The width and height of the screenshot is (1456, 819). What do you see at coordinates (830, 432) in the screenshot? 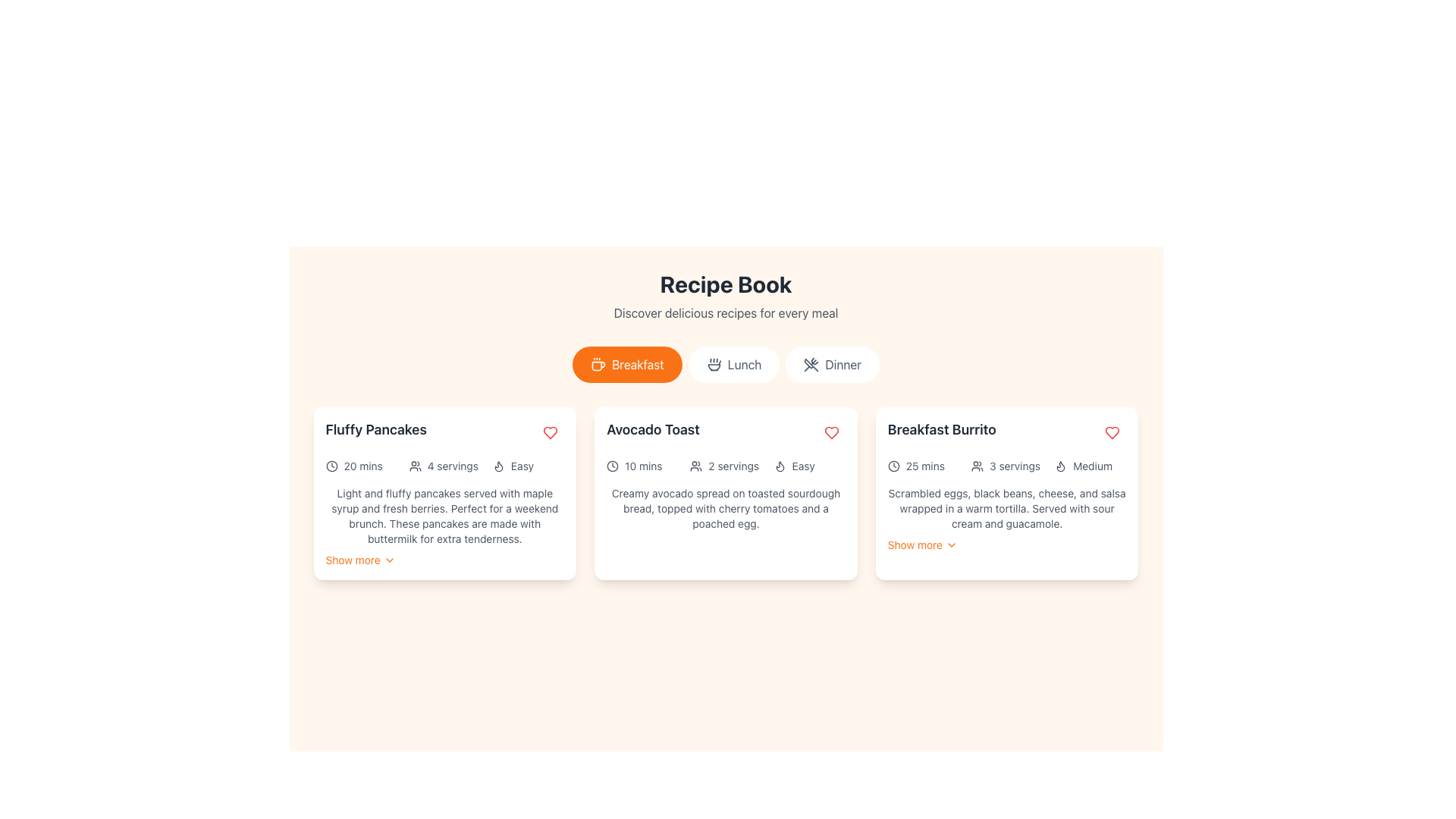
I see `the heart icon in the top-right corner of the 'Avocado Toast' card` at bounding box center [830, 432].